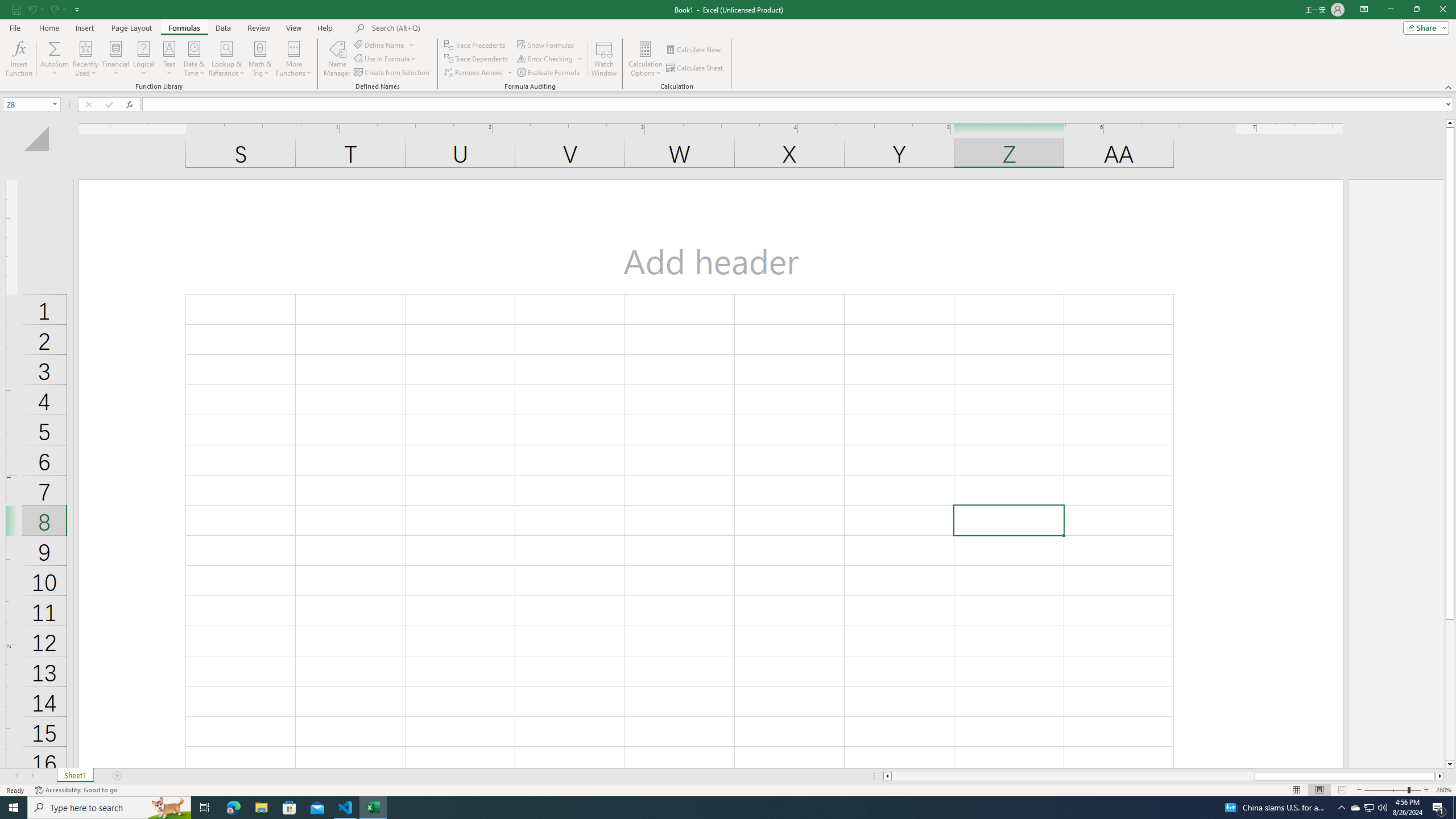 The height and width of the screenshot is (819, 1456). Describe the element at coordinates (260, 59) in the screenshot. I see `'Math & Trig'` at that location.